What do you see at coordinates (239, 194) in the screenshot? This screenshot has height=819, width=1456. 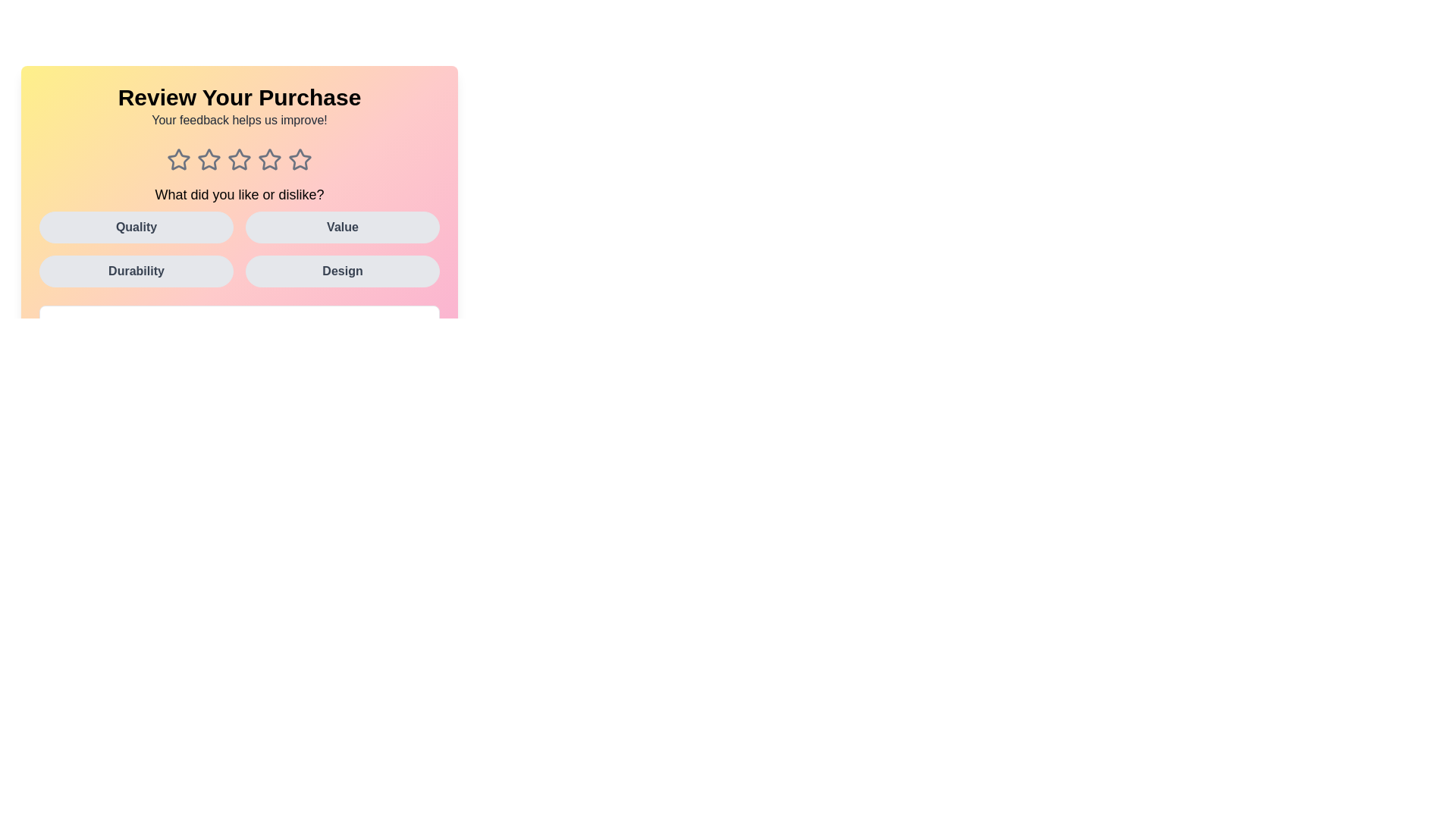 I see `the text label that reads 'What did you like or dislike?'` at bounding box center [239, 194].